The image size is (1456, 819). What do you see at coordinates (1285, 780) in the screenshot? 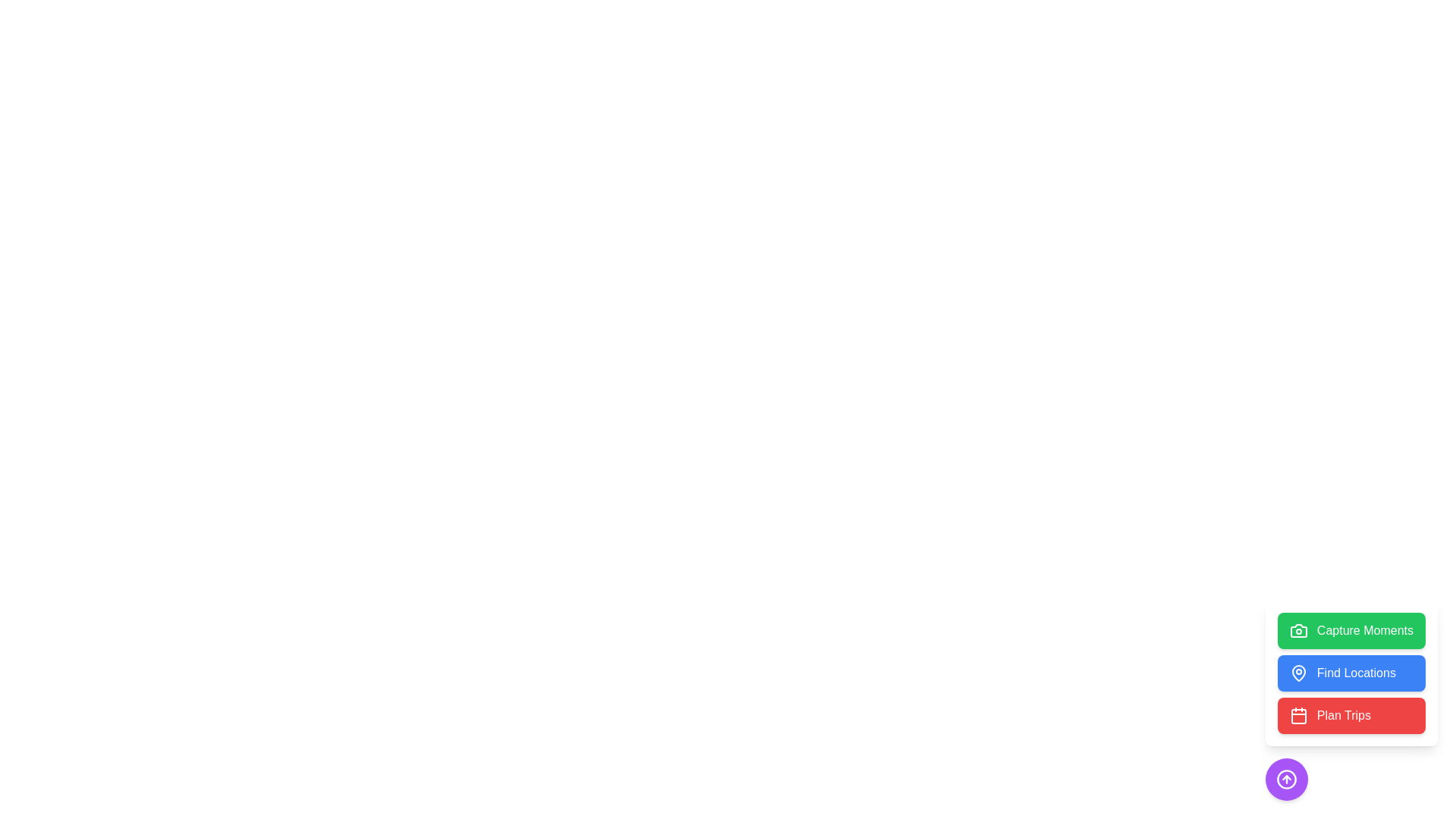
I see `floating action button to toggle the menu visibility` at bounding box center [1285, 780].